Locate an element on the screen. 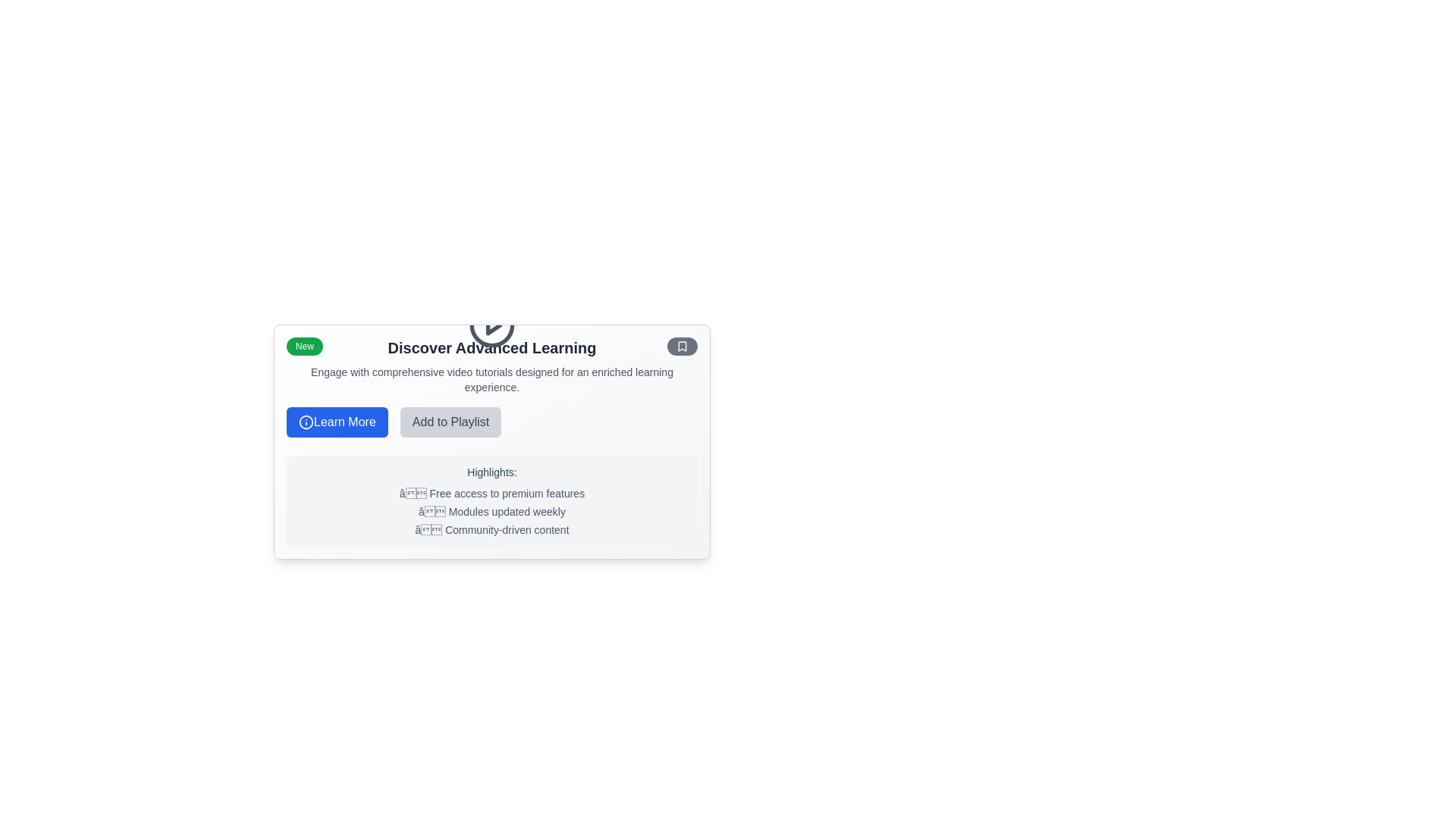  the second text item in the vertical list under the 'Highlights:' section that conveys informational details about updated modules is located at coordinates (491, 512).